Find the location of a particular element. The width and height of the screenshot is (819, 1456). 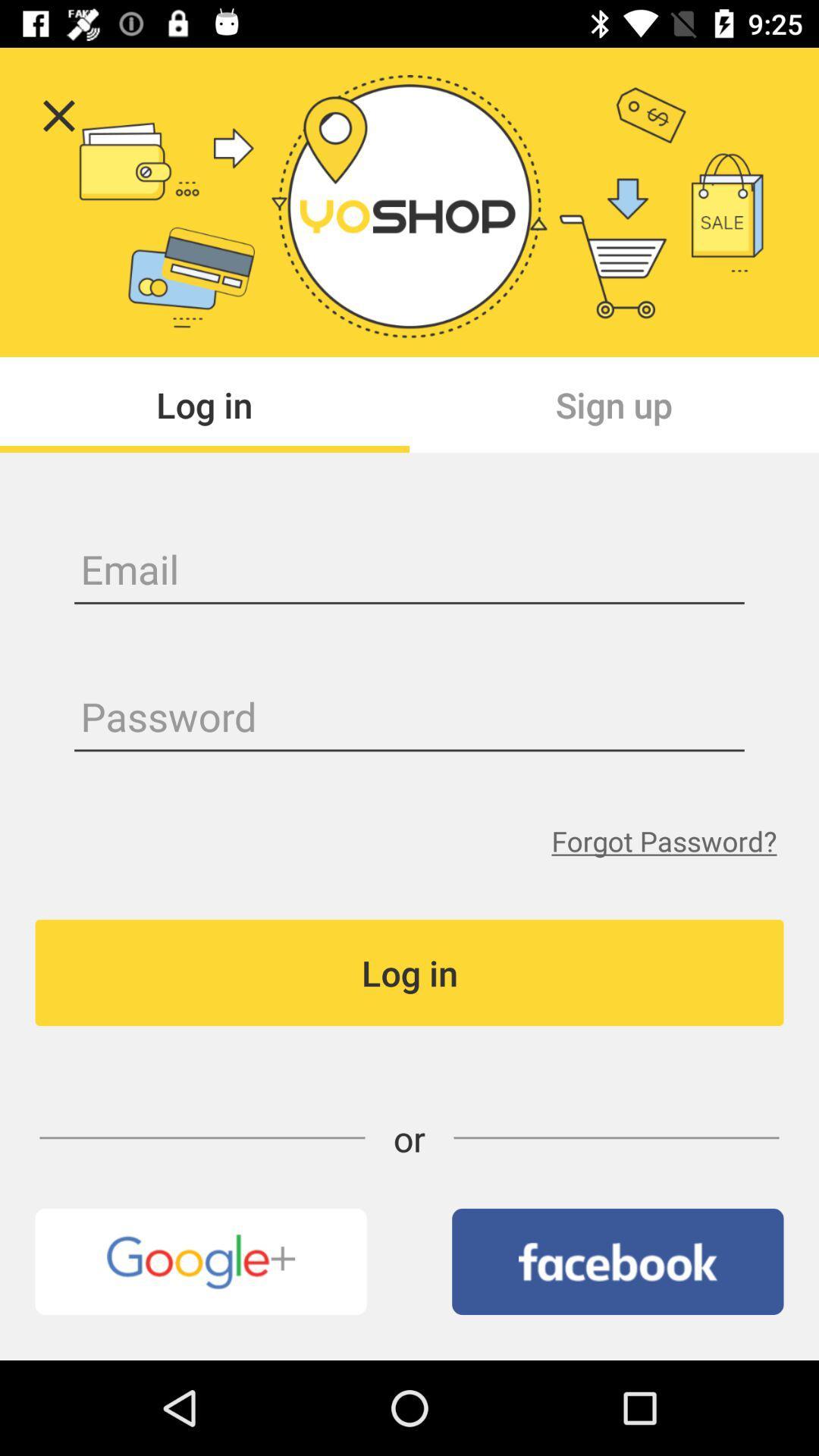

icon on the right is located at coordinates (663, 840).